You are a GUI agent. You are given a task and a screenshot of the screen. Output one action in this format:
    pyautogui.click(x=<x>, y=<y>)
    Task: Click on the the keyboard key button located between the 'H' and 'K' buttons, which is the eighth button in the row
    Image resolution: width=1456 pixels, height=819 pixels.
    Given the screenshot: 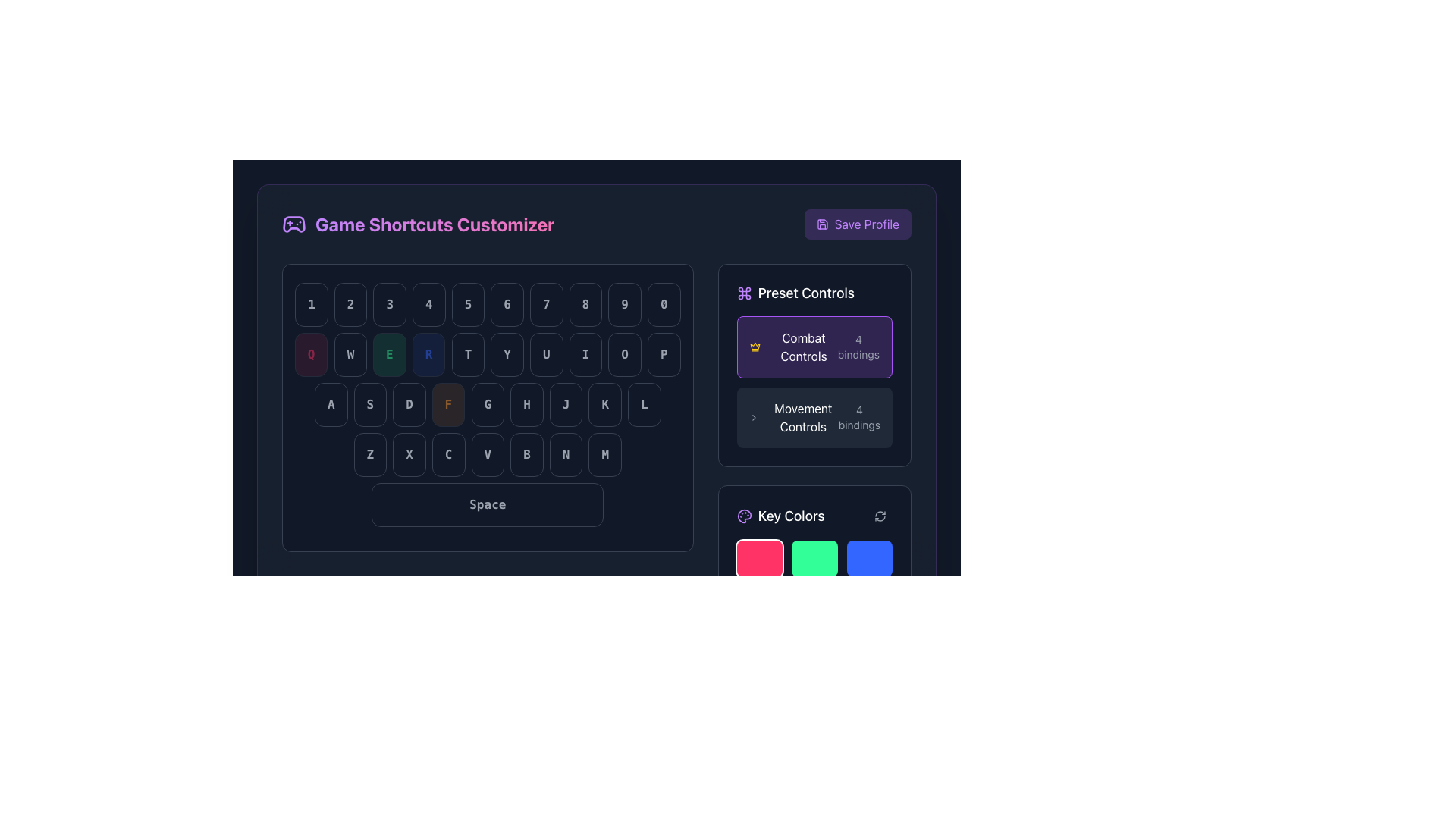 What is the action you would take?
    pyautogui.click(x=565, y=403)
    